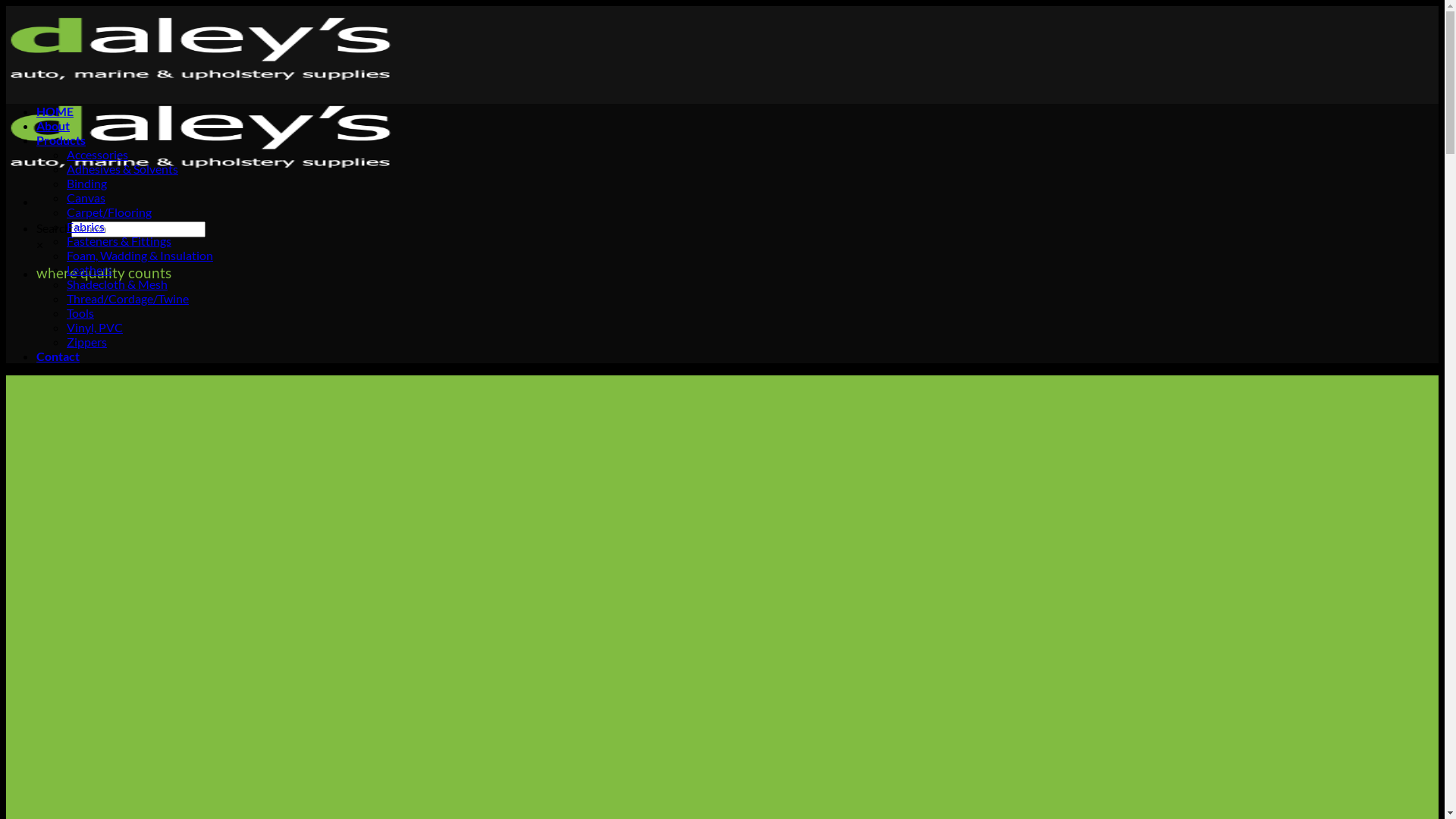  Describe the element at coordinates (93, 326) in the screenshot. I see `'Vinyl, PVC'` at that location.